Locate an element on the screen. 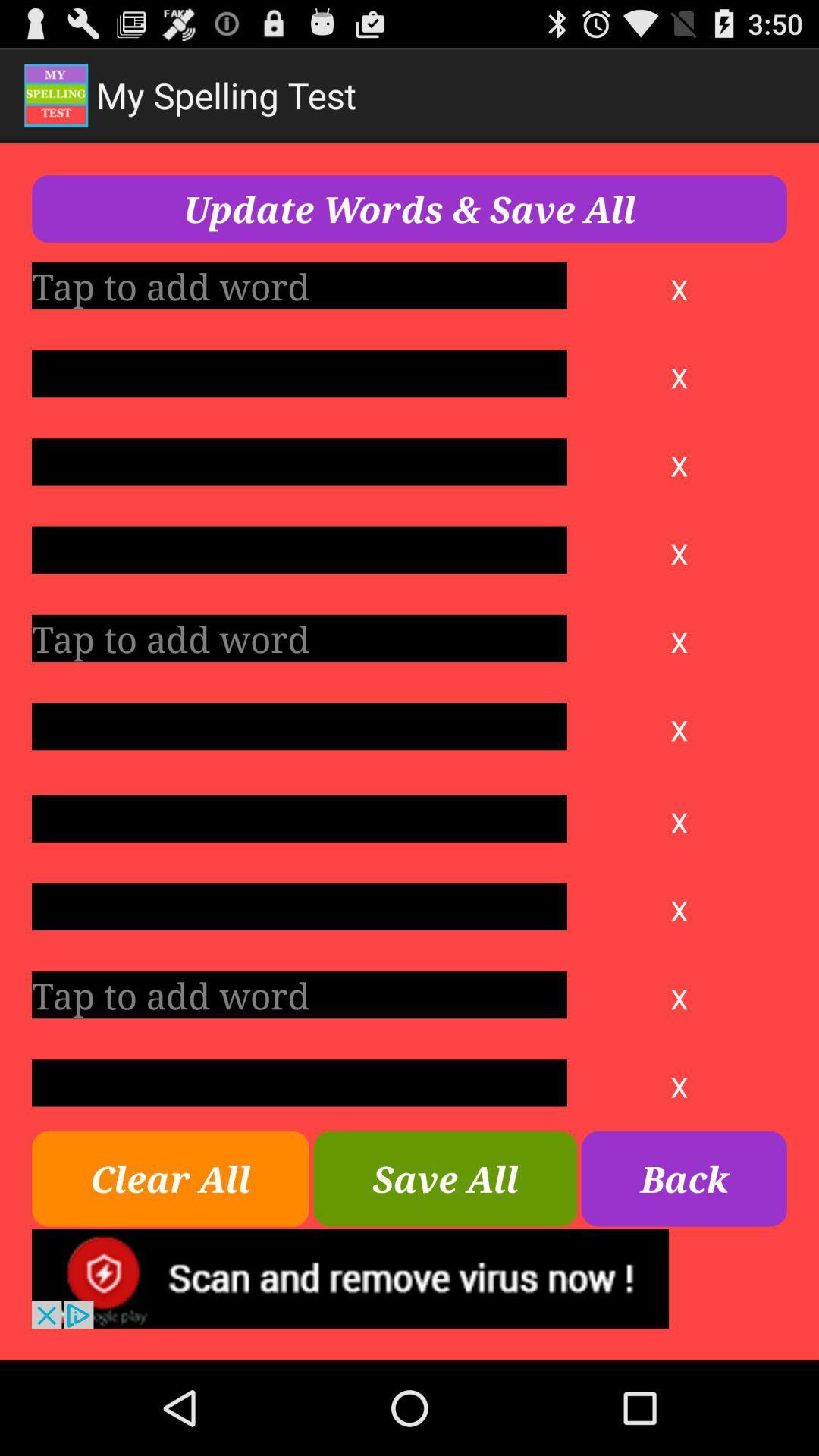 The height and width of the screenshot is (1456, 819). one box is located at coordinates (299, 817).